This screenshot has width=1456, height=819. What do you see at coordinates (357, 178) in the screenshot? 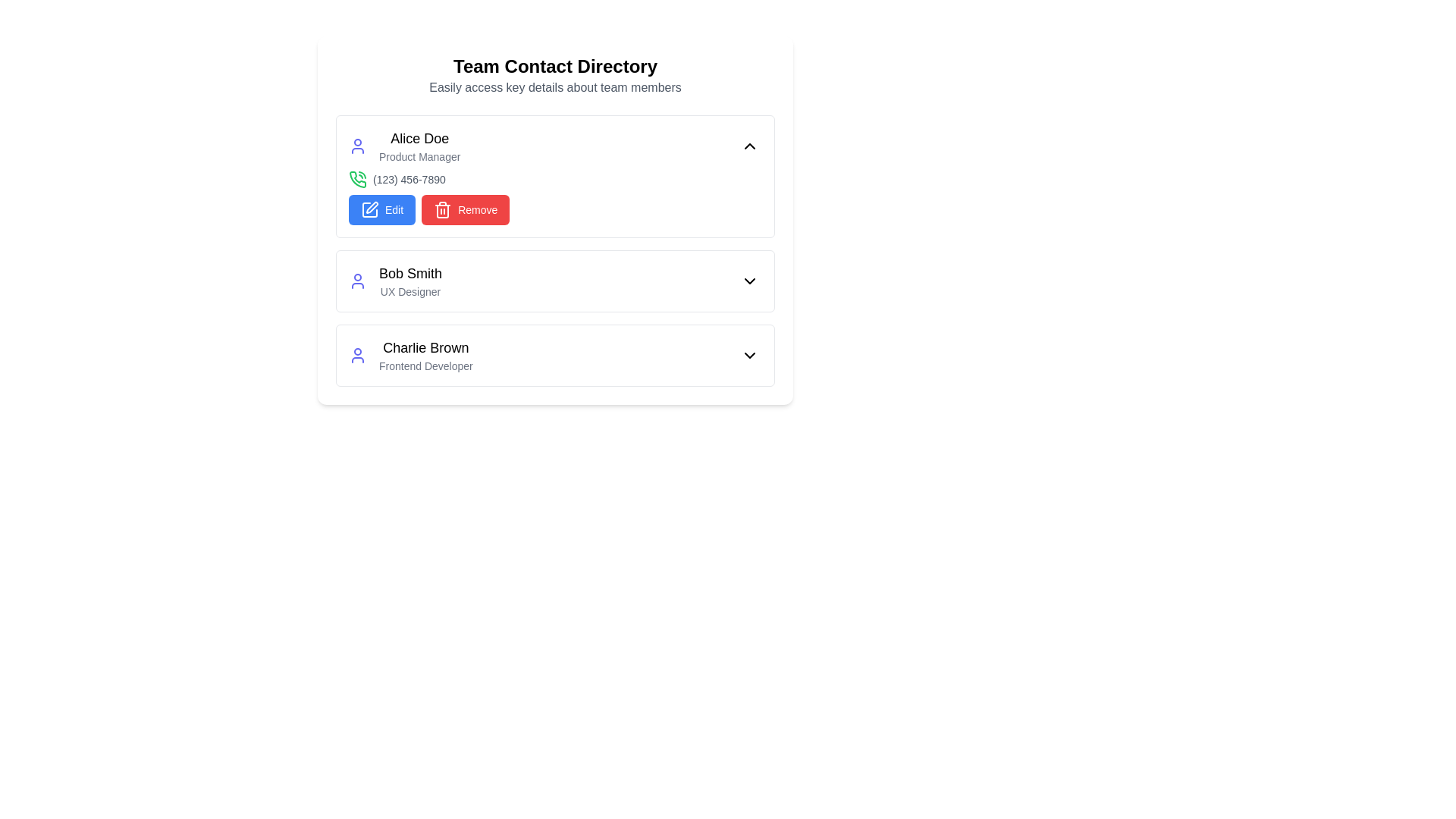
I see `the phone icon associated with the contact information for 'Alice Doe' in the 'Team Contact Directory', which is located to the left of the phone number '(123) 456-7890'` at bounding box center [357, 178].